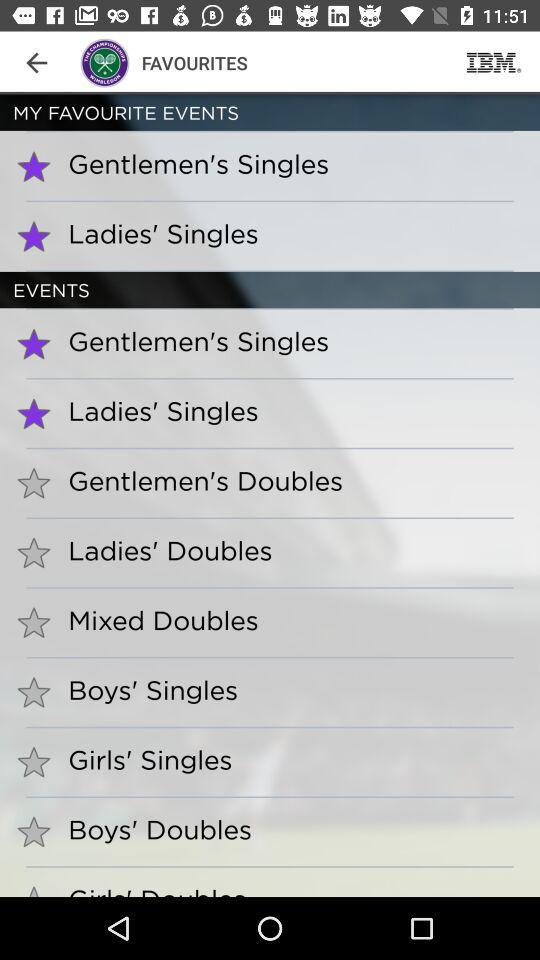  Describe the element at coordinates (493, 62) in the screenshot. I see `the app to the right of the favourites app` at that location.